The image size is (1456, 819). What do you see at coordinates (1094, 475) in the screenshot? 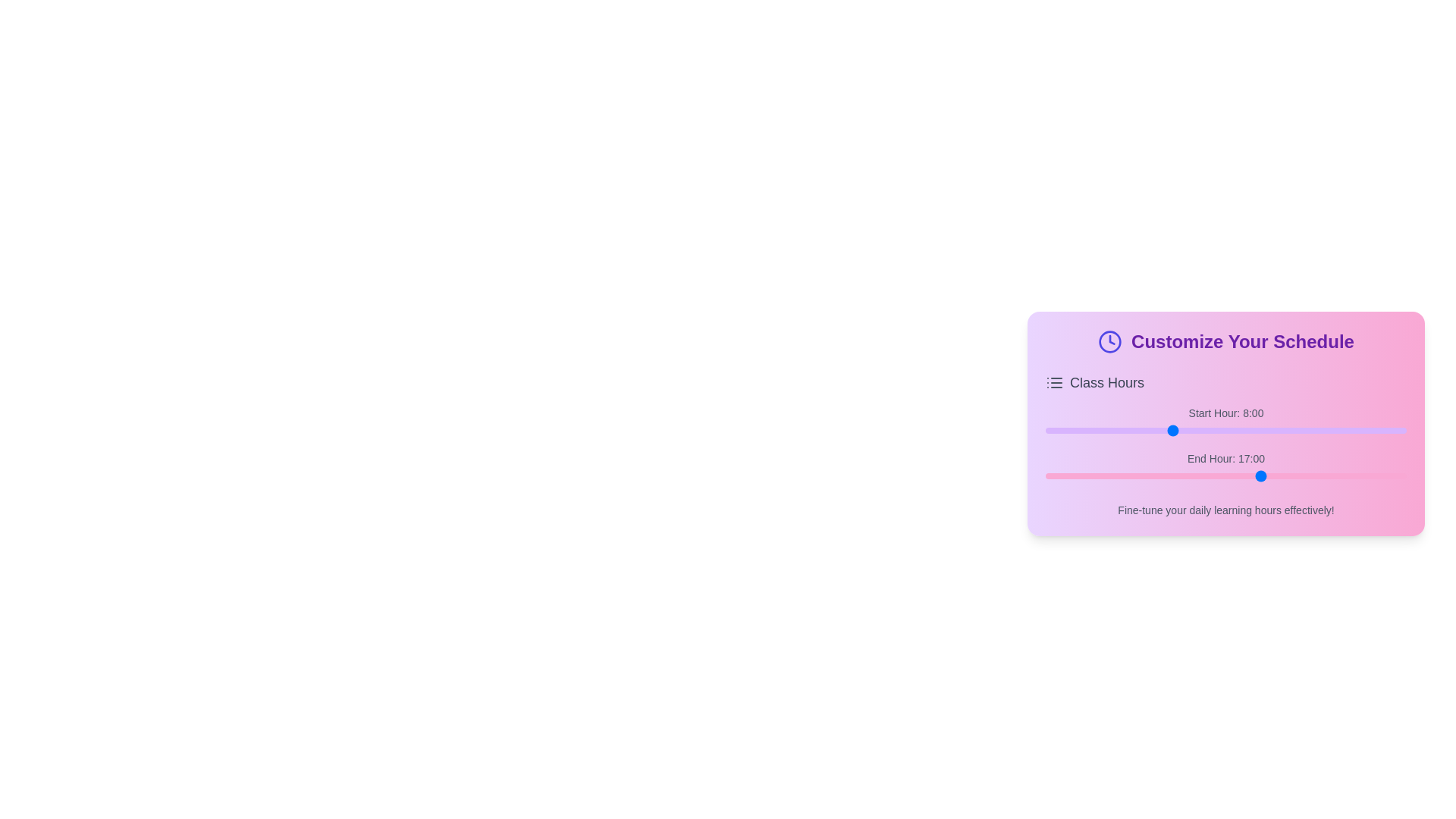
I see `the end hour slider to 10` at bounding box center [1094, 475].